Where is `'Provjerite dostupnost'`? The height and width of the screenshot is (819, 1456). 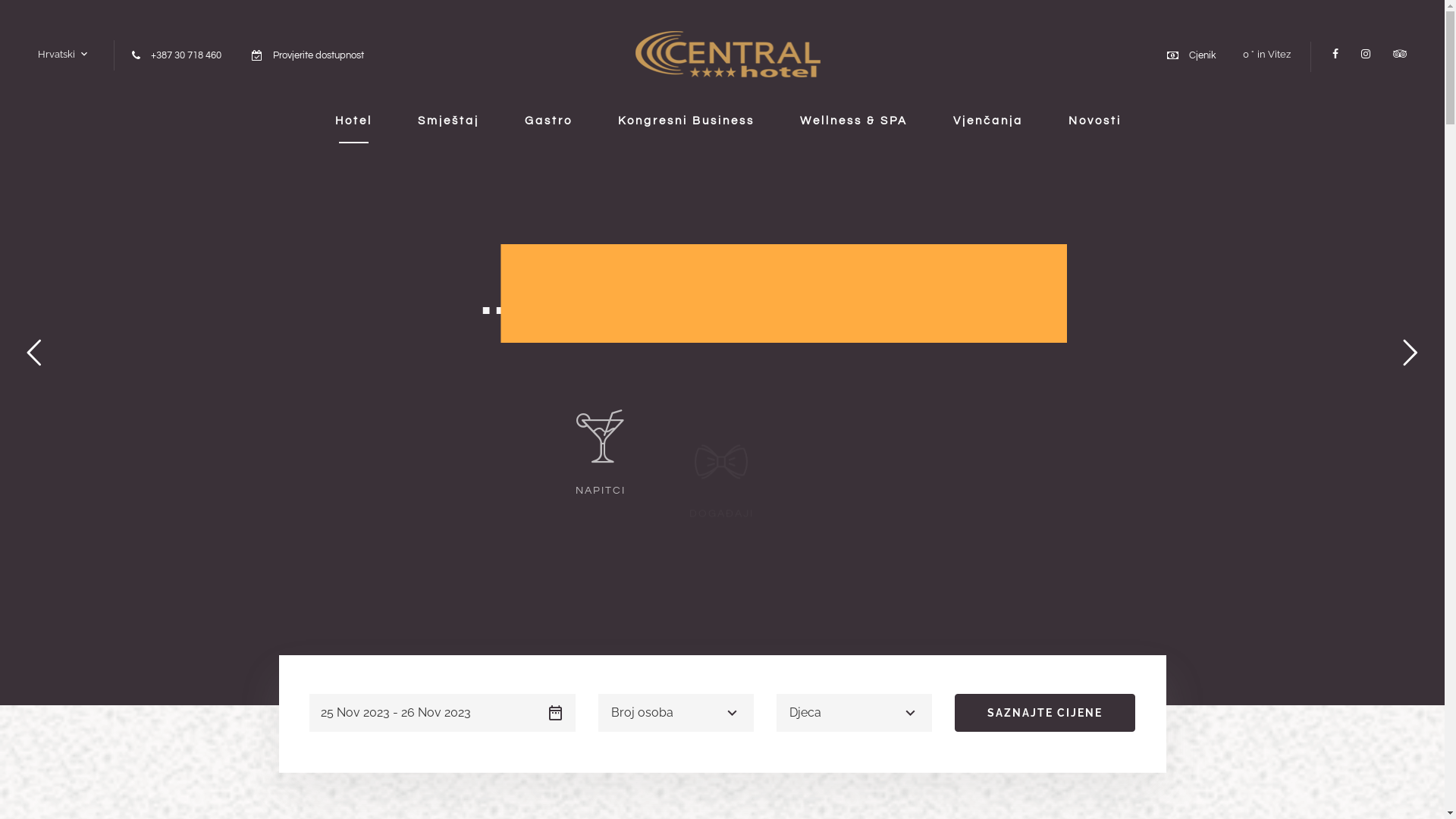
'Provjerite dostupnost' is located at coordinates (318, 55).